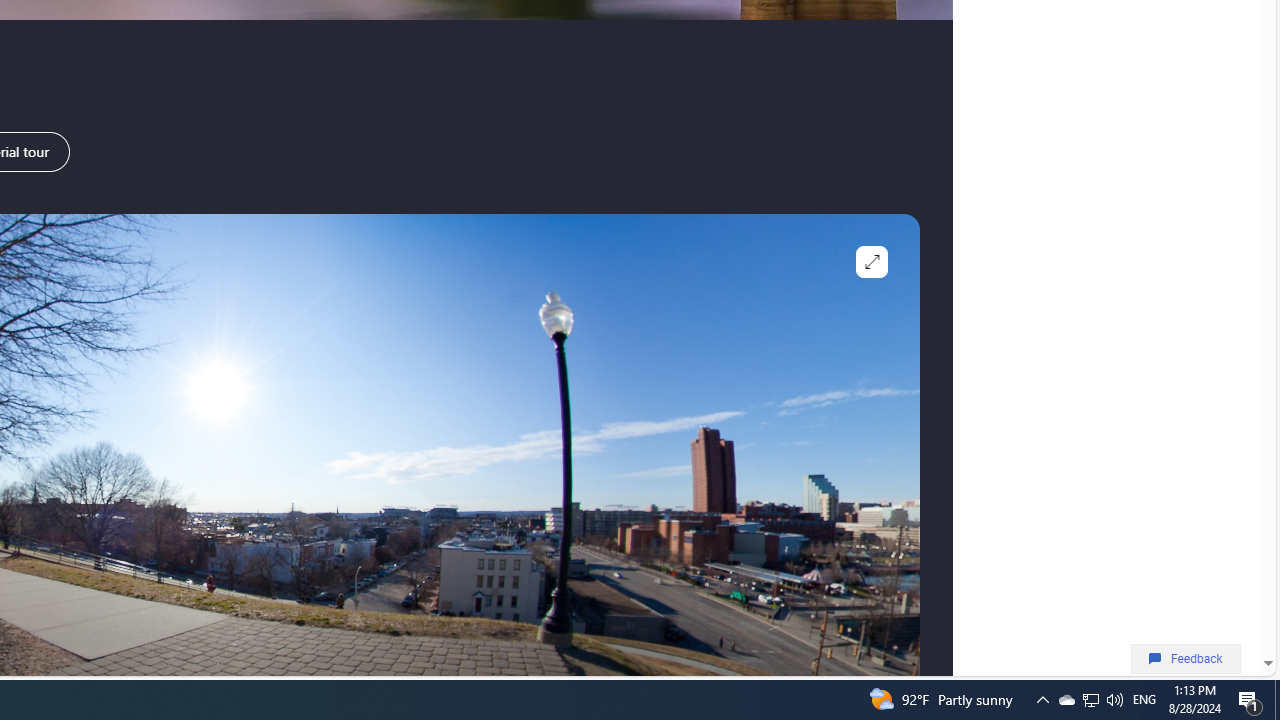 Image resolution: width=1280 pixels, height=720 pixels. I want to click on 'Full screen', so click(872, 261).